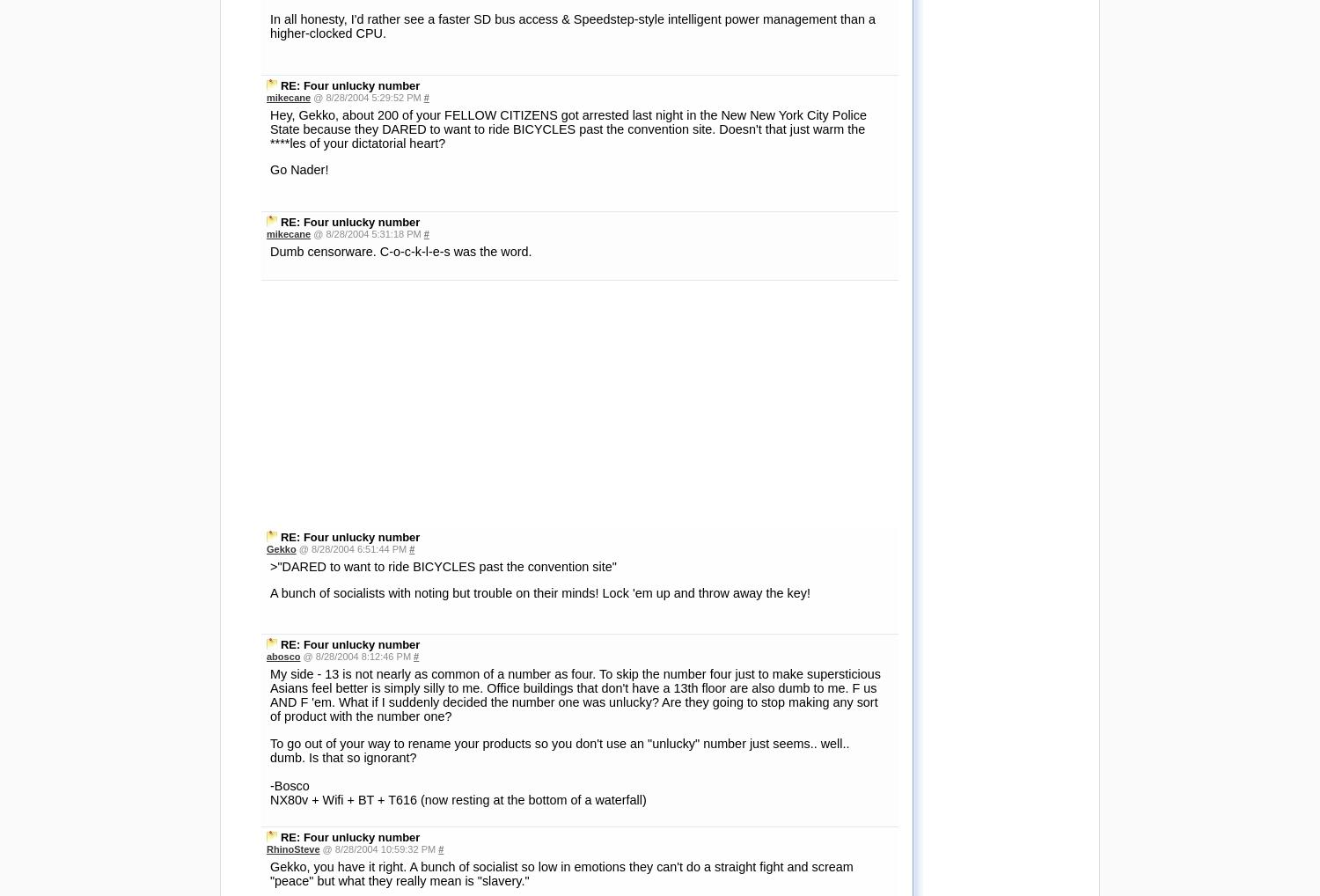  I want to click on 'Go Nader!', so click(298, 170).